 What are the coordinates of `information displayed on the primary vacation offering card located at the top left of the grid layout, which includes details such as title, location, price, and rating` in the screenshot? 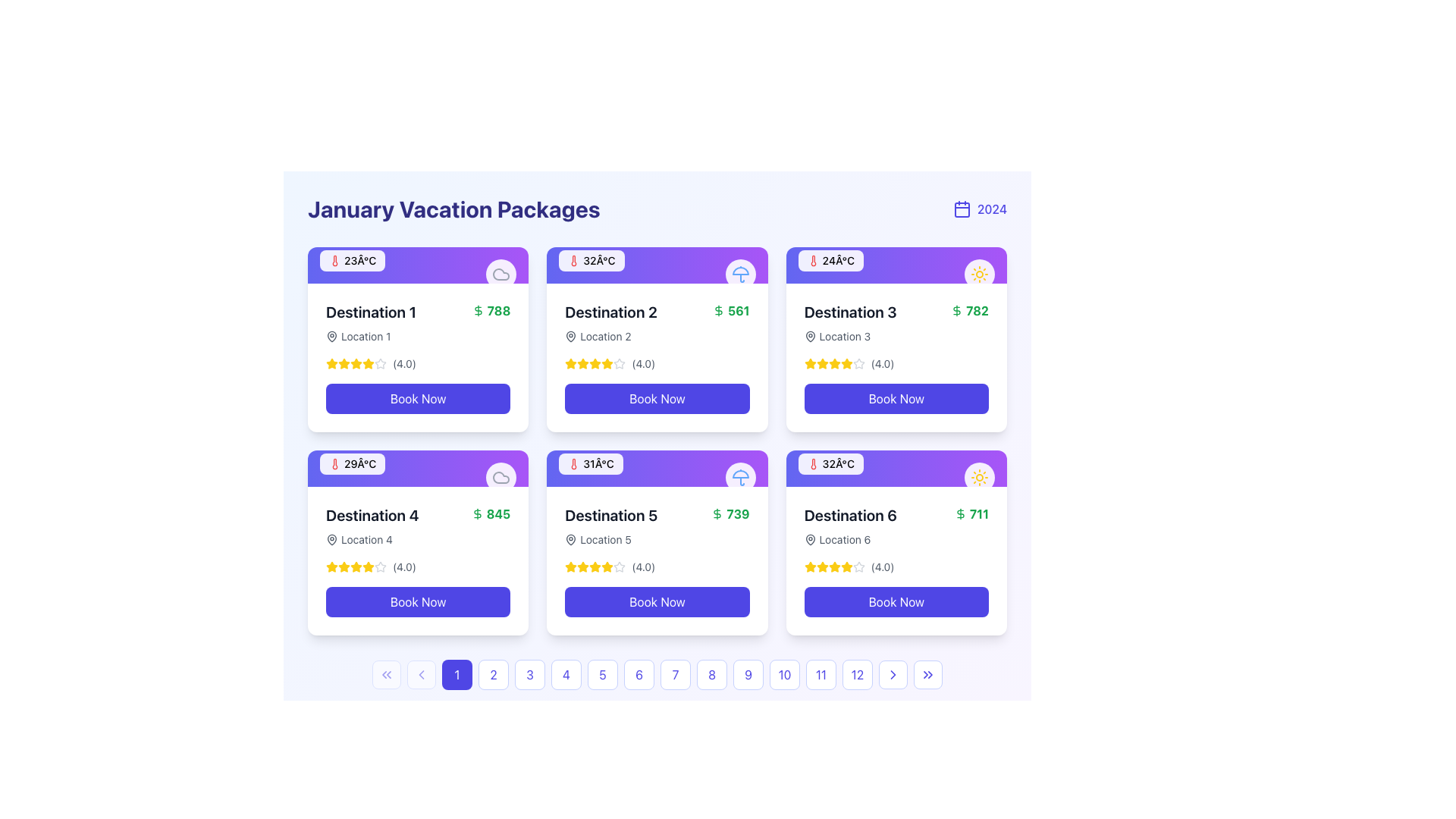 It's located at (418, 357).